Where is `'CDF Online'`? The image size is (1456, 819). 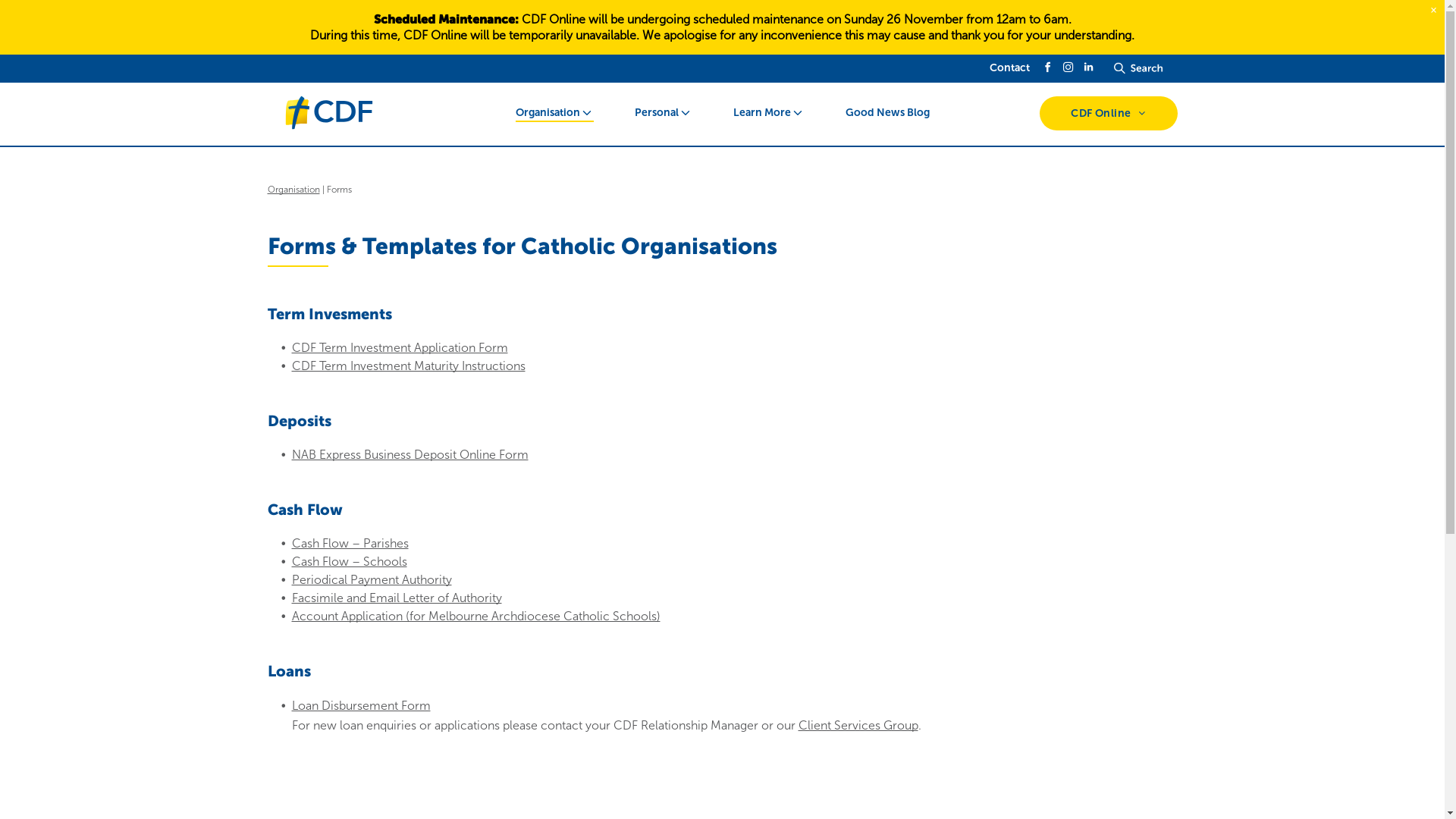 'CDF Online' is located at coordinates (1108, 112).